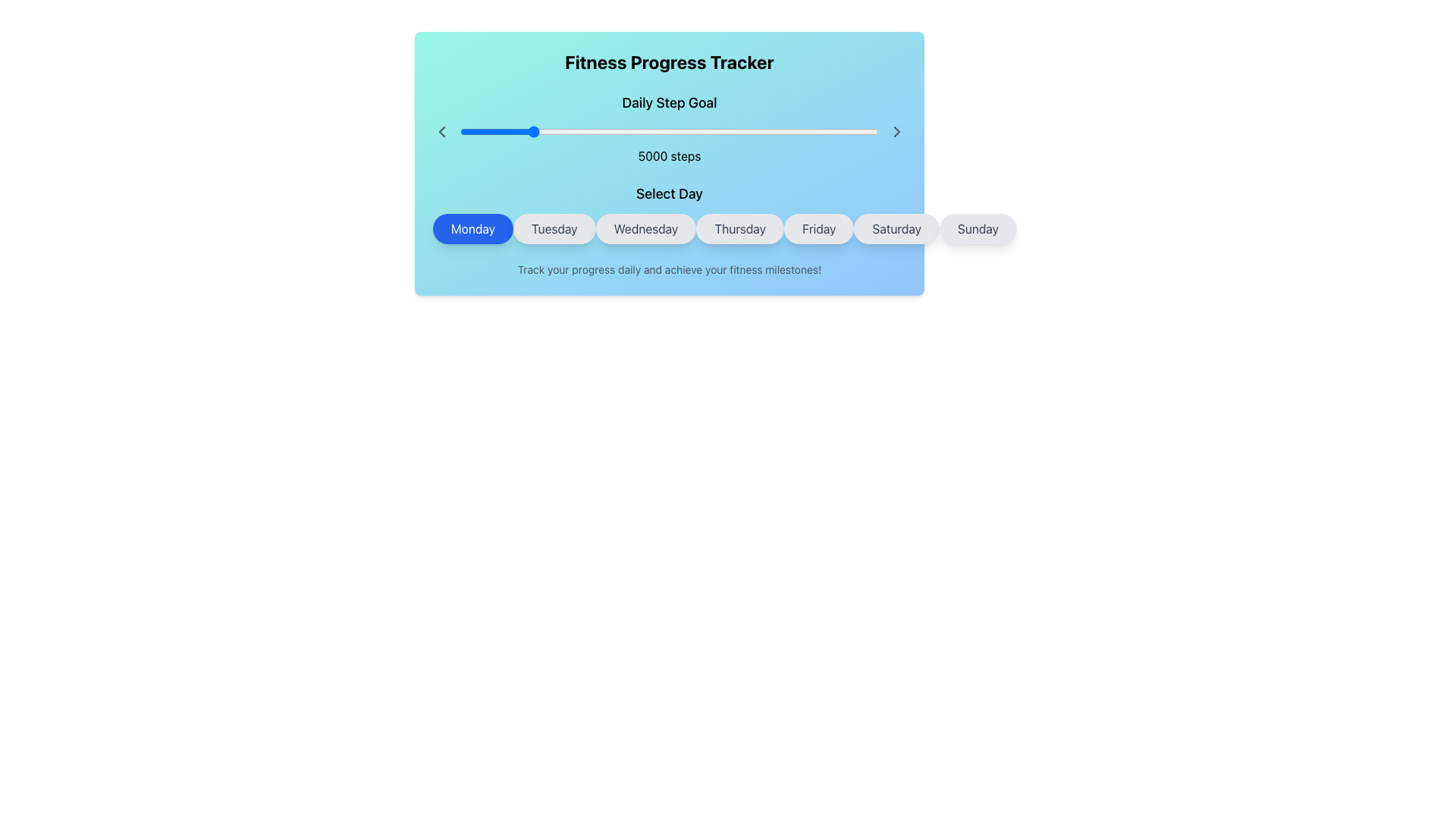 This screenshot has width=1456, height=819. I want to click on the step goal, so click(786, 130).